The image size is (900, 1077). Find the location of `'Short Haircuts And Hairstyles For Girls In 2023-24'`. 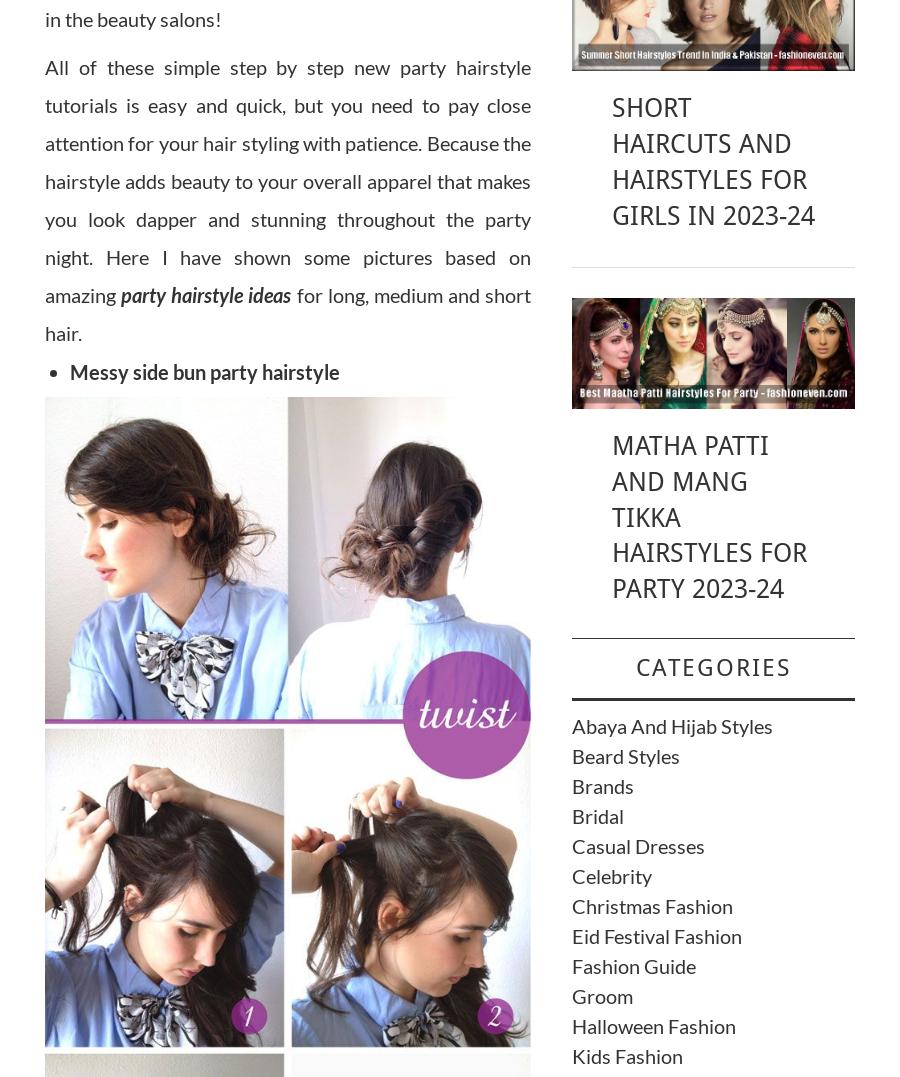

'Short Haircuts And Hairstyles For Girls In 2023-24' is located at coordinates (711, 161).